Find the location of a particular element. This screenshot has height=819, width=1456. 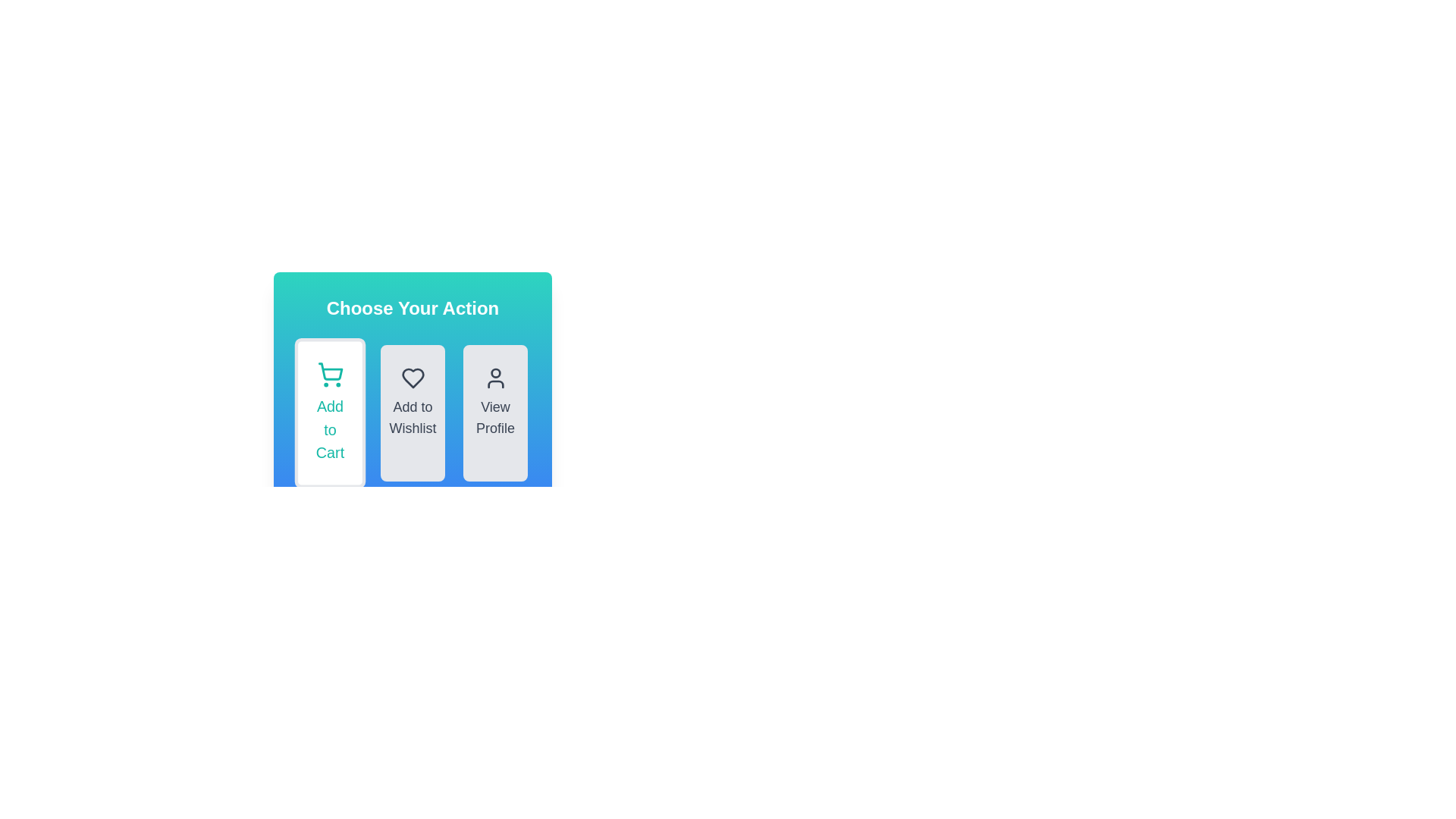

the 'Add to Cart' button, which has a white background, teal border, a shopping cart icon, and teal text is located at coordinates (329, 413).